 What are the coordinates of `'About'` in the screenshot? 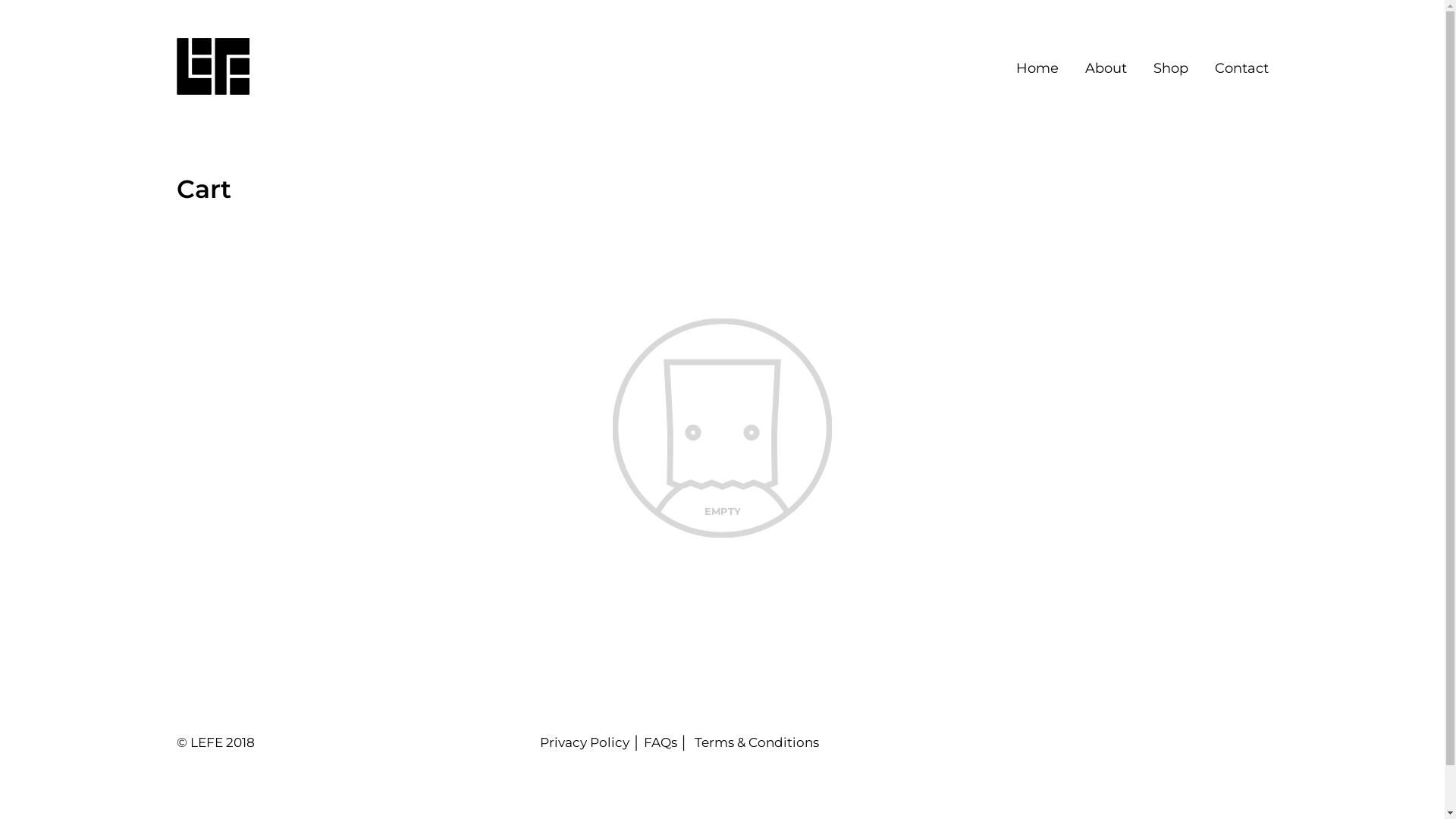 It's located at (1105, 67).